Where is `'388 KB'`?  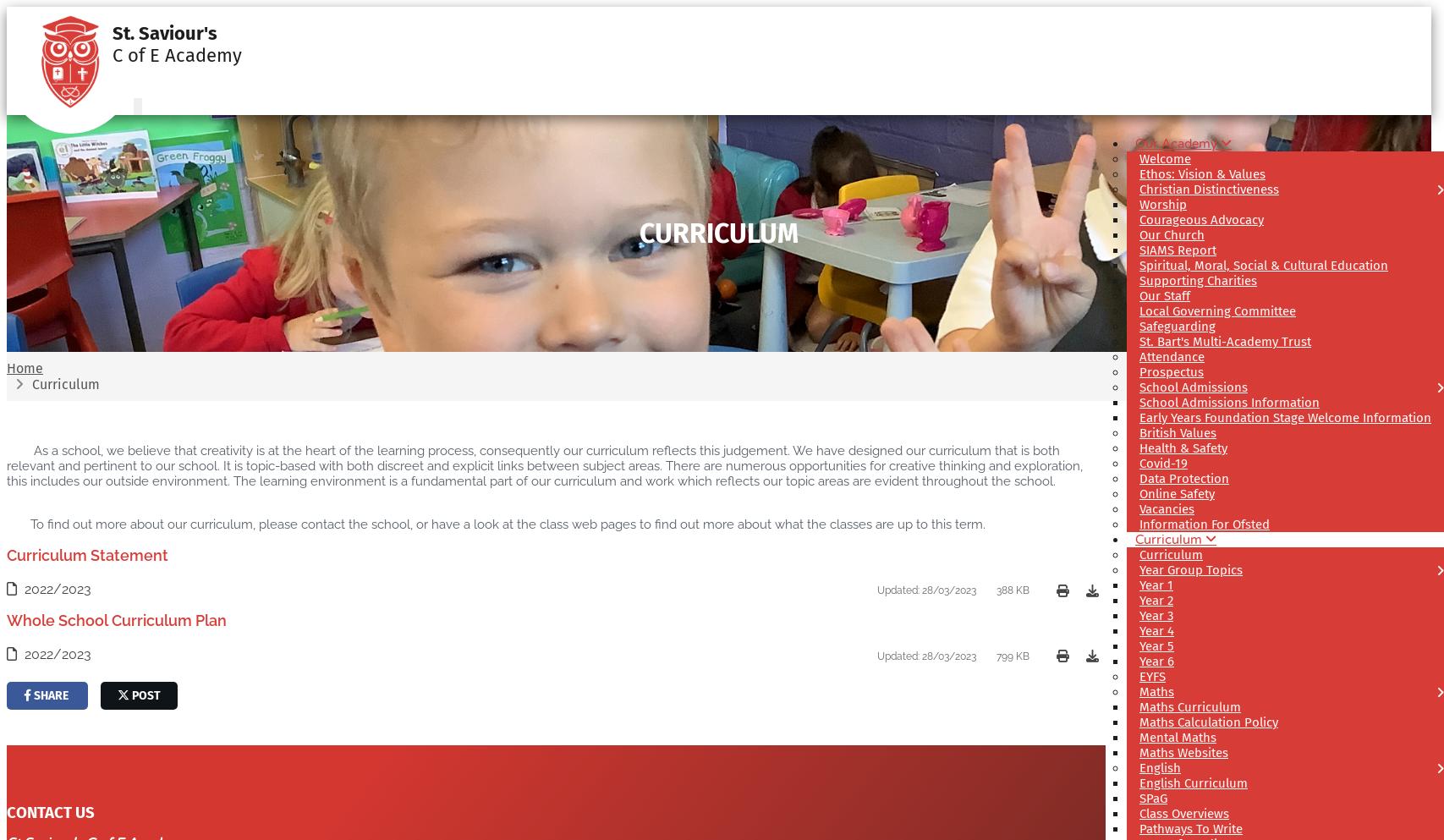
'388 KB' is located at coordinates (1012, 589).